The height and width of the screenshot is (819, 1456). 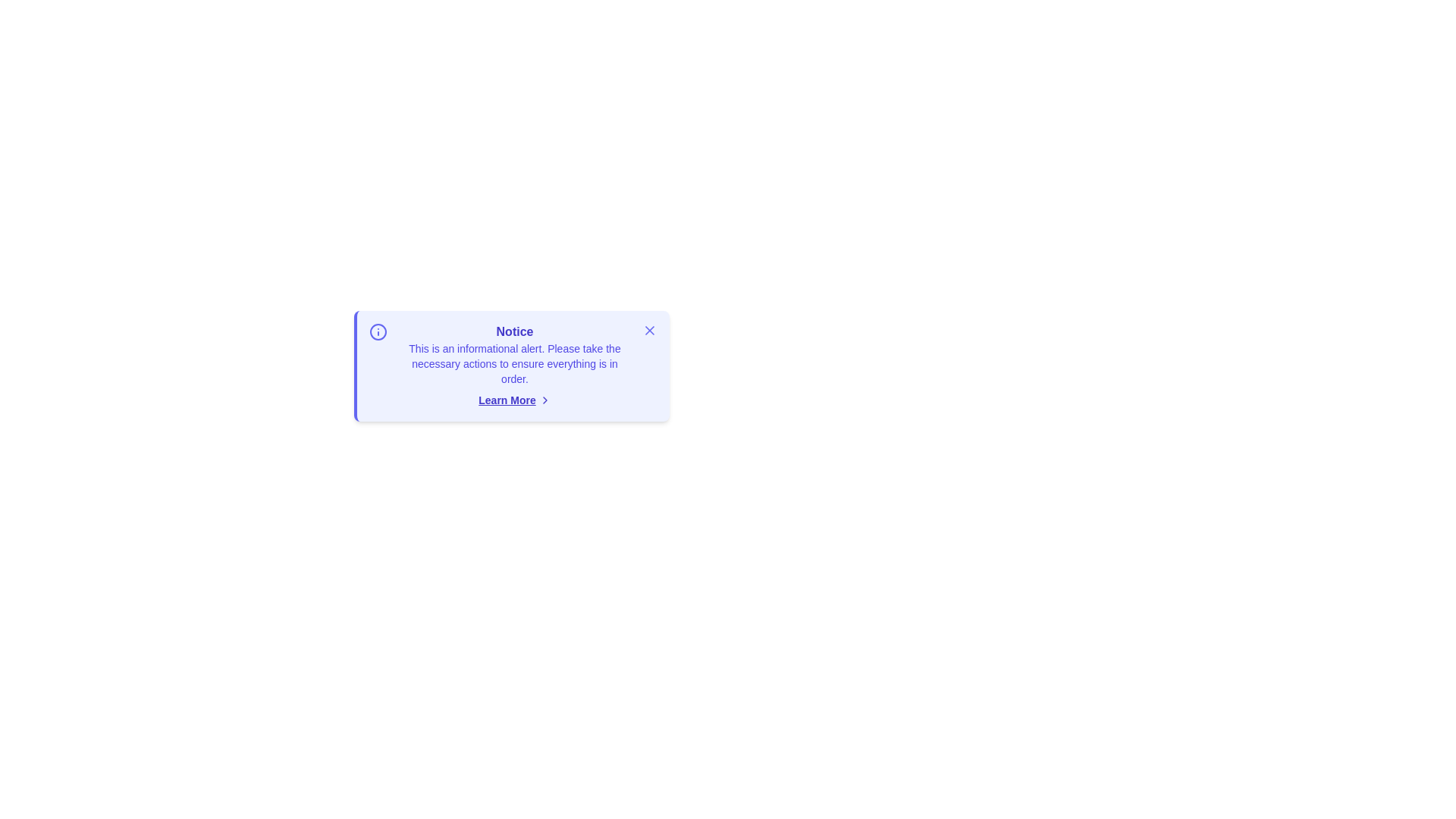 I want to click on the 'X' button to close the alert box, so click(x=650, y=329).